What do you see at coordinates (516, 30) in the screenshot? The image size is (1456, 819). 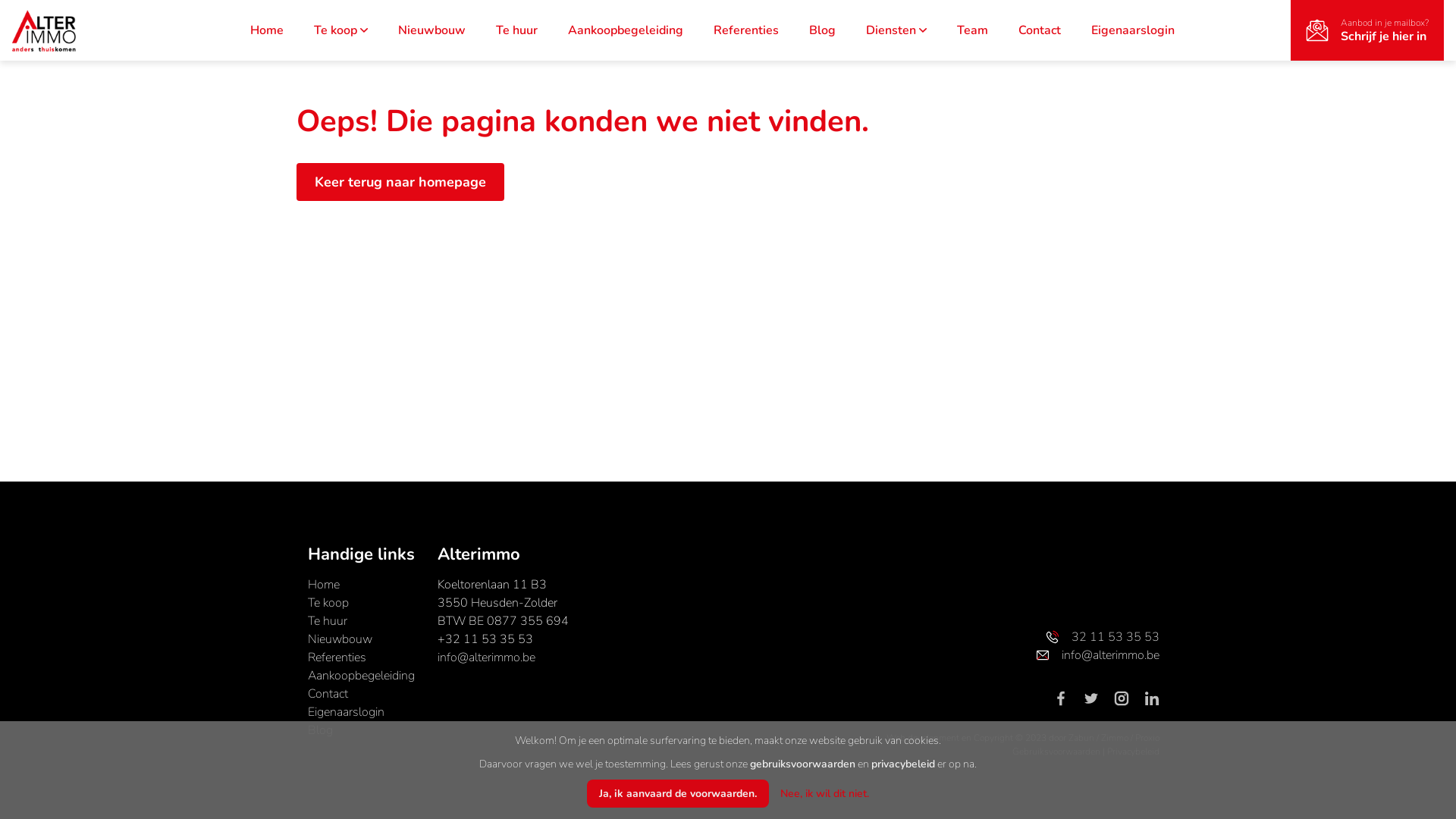 I see `'Te huur'` at bounding box center [516, 30].